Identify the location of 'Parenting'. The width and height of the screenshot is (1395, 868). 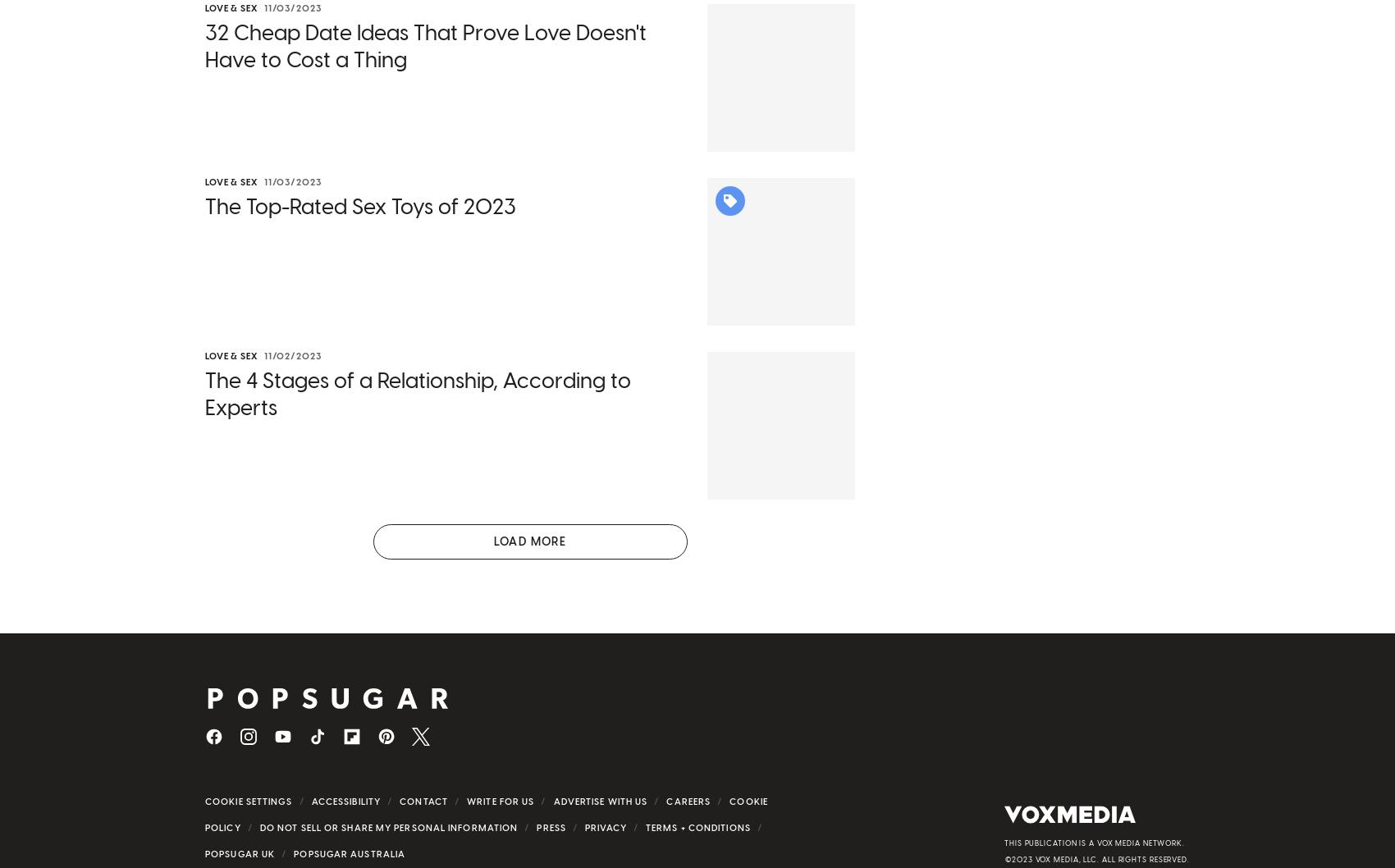
(247, 847).